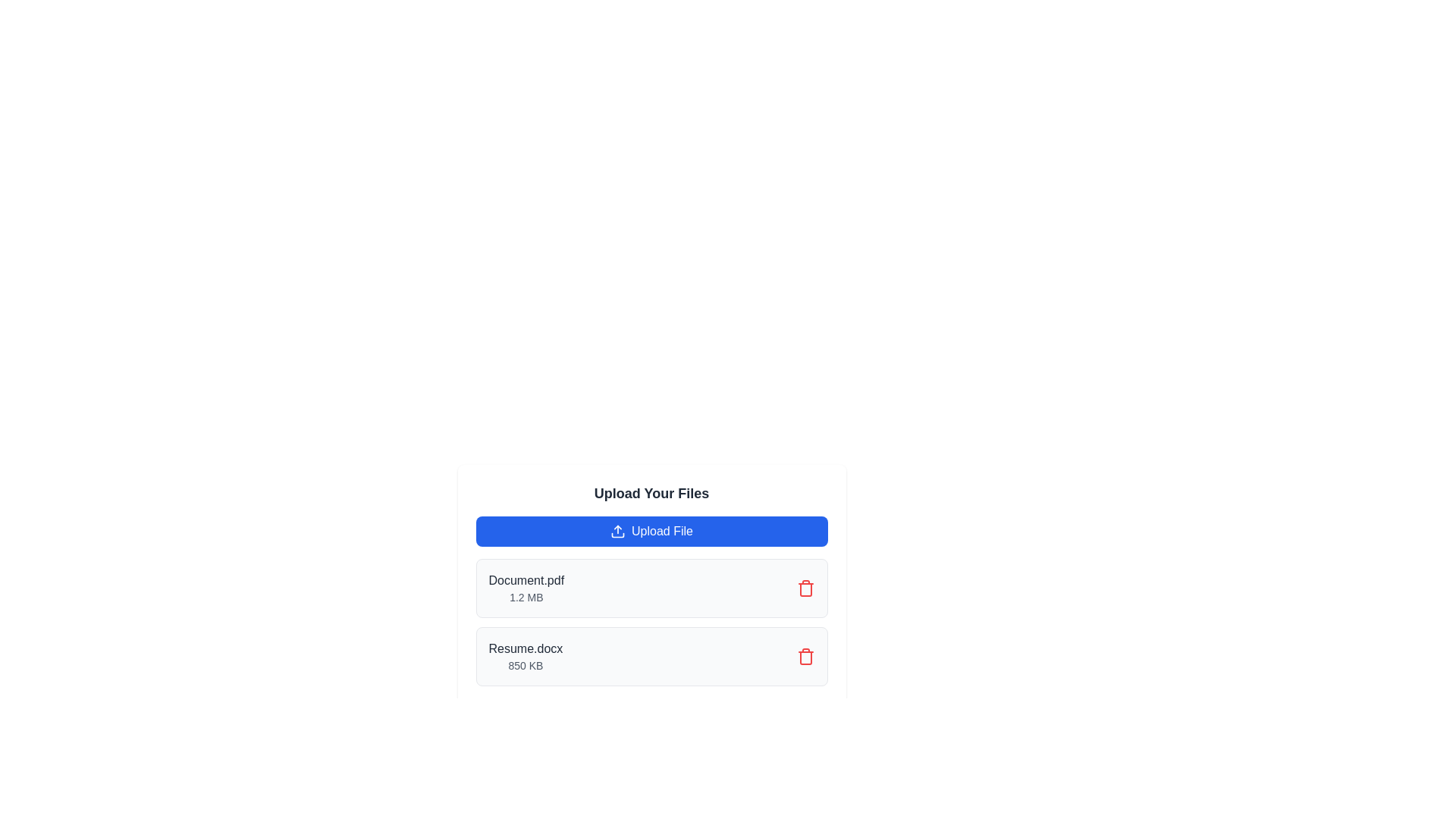 The width and height of the screenshot is (1456, 819). I want to click on the upload icon located to the left of the 'Upload File' button, which visually indicates the file upload action, so click(618, 531).